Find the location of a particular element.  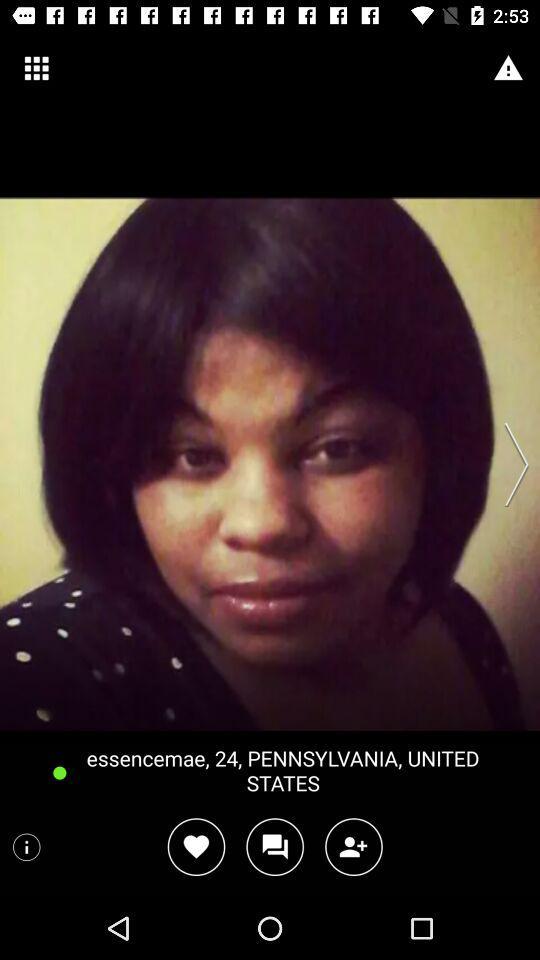

the item on the right is located at coordinates (510, 464).